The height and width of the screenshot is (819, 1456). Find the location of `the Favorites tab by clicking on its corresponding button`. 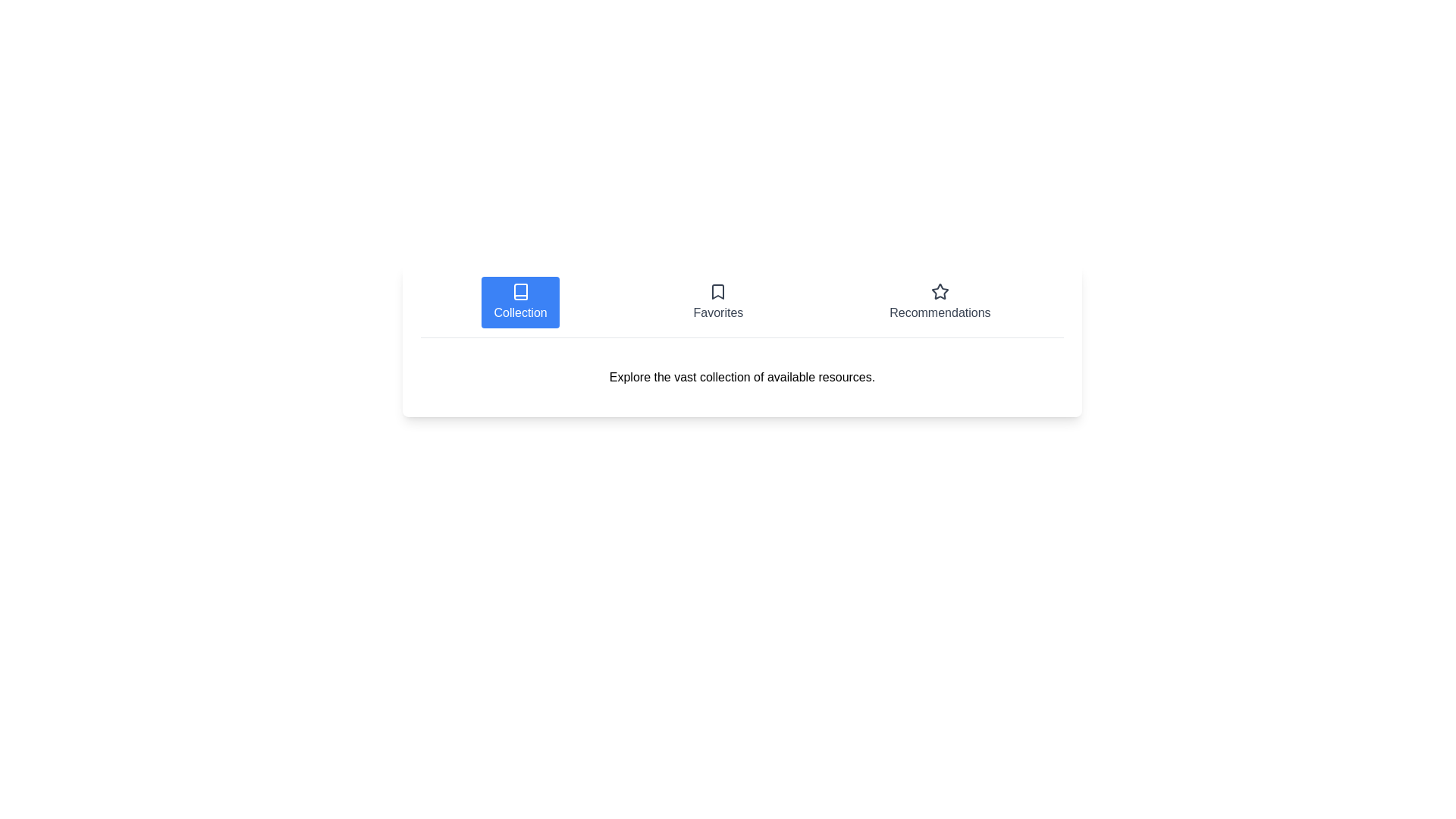

the Favorites tab by clicking on its corresponding button is located at coordinates (717, 302).